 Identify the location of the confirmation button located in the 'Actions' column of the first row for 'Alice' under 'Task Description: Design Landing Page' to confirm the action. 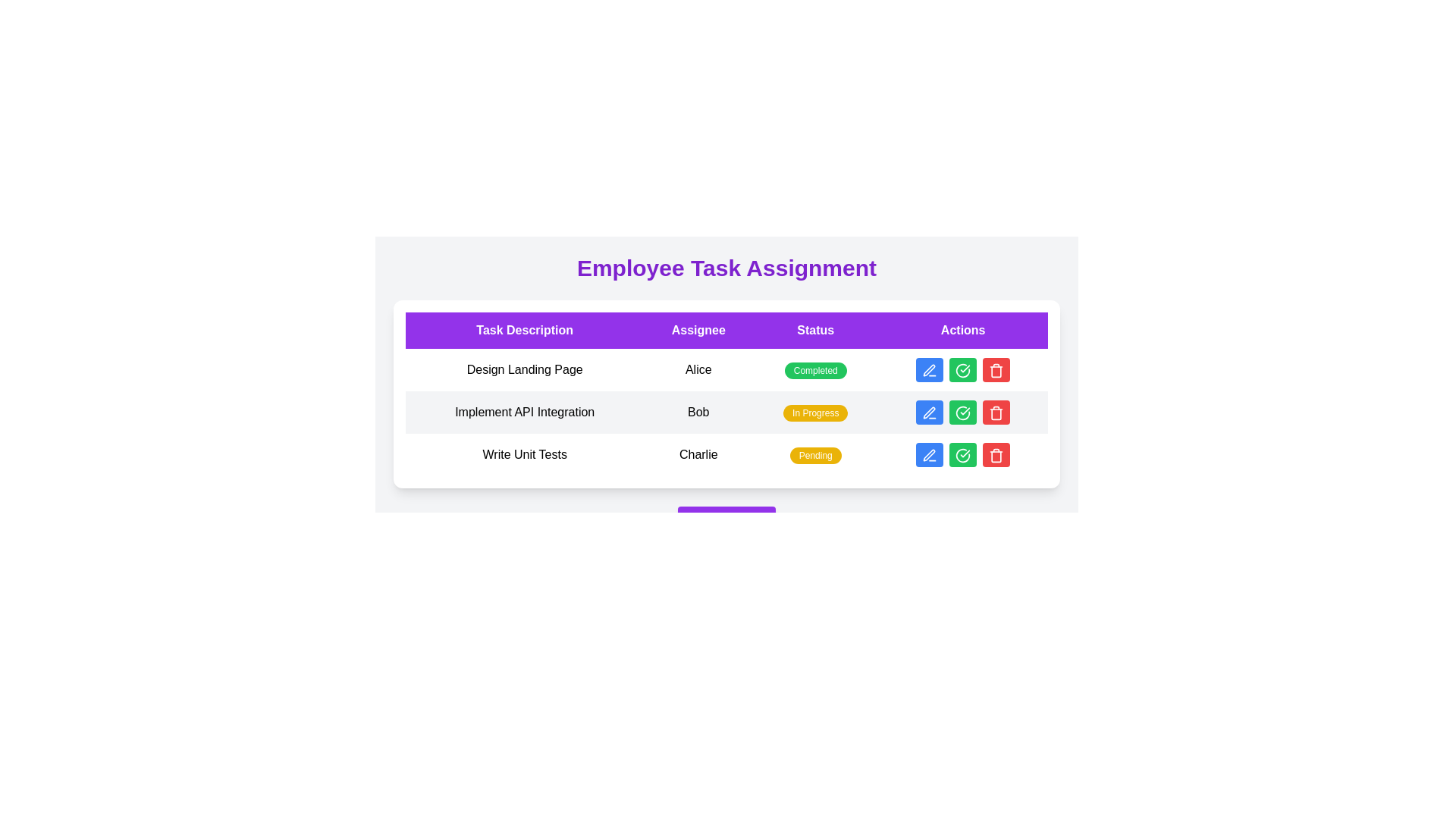
(962, 370).